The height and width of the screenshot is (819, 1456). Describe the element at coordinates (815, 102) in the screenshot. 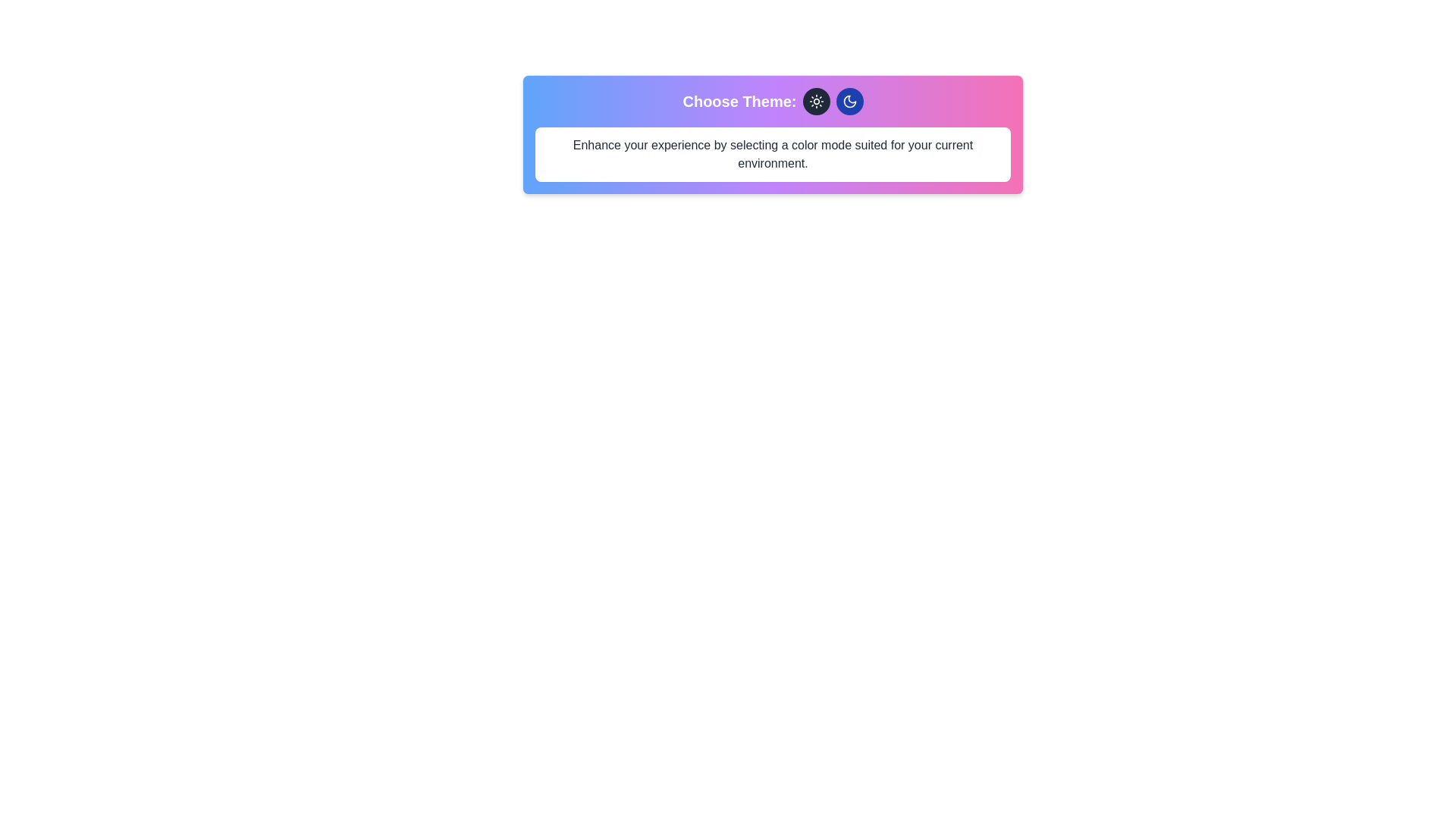

I see `the circular button with a dark background and white sun icon` at that location.